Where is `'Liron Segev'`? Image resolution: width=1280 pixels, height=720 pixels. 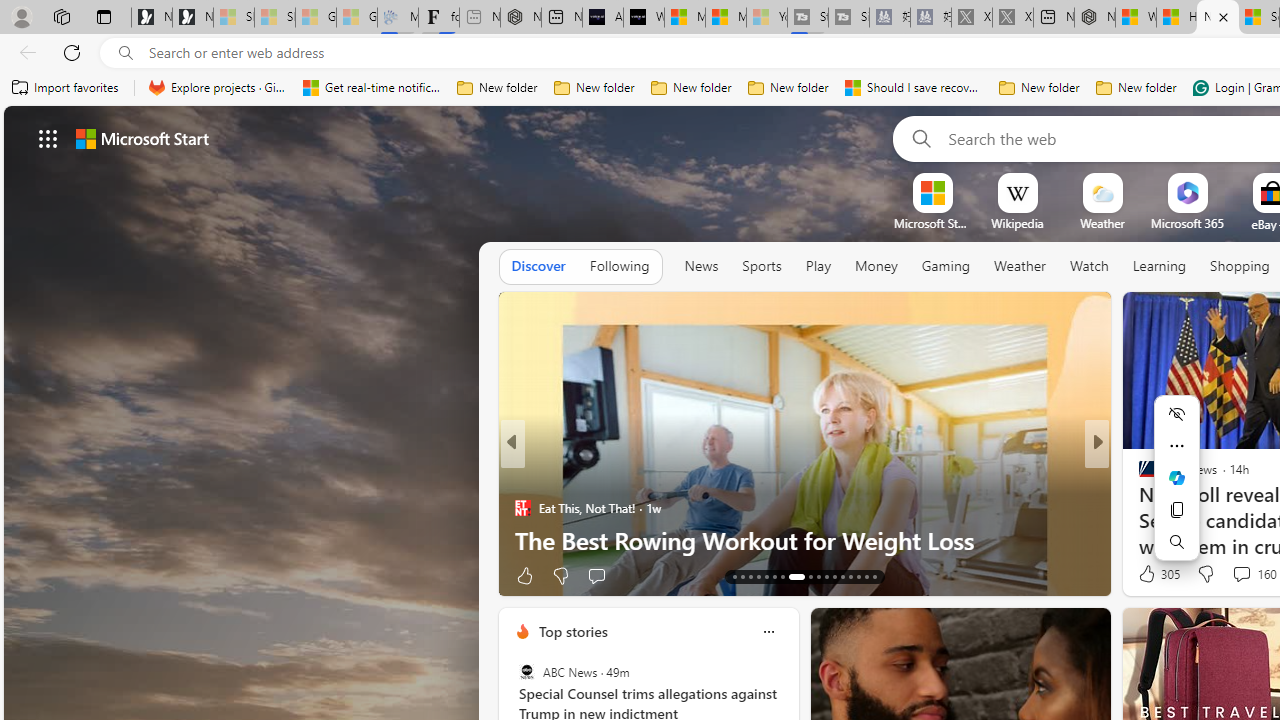 'Liron Segev' is located at coordinates (1138, 506).